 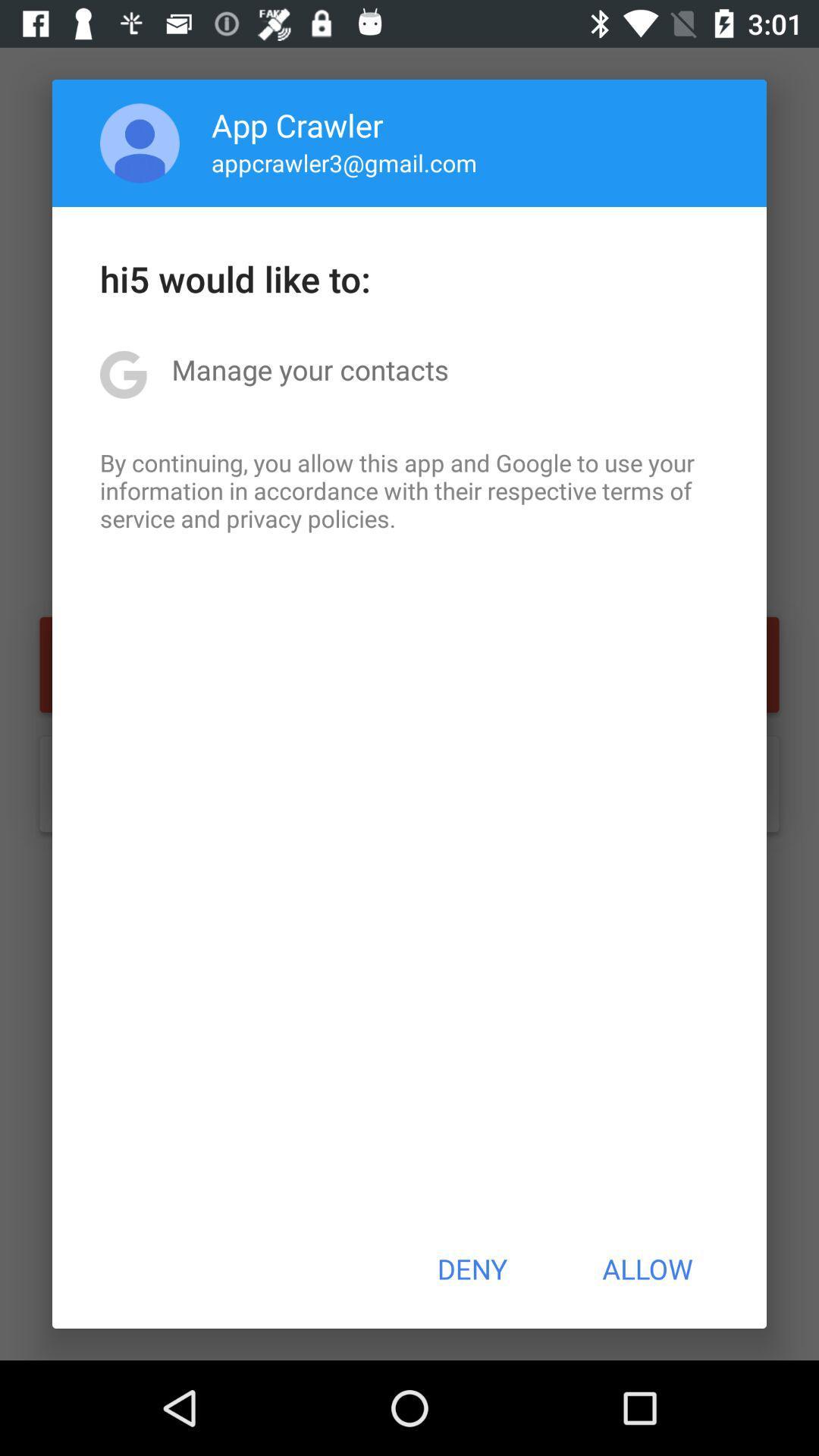 What do you see at coordinates (309, 369) in the screenshot?
I see `icon above by continuing you` at bounding box center [309, 369].